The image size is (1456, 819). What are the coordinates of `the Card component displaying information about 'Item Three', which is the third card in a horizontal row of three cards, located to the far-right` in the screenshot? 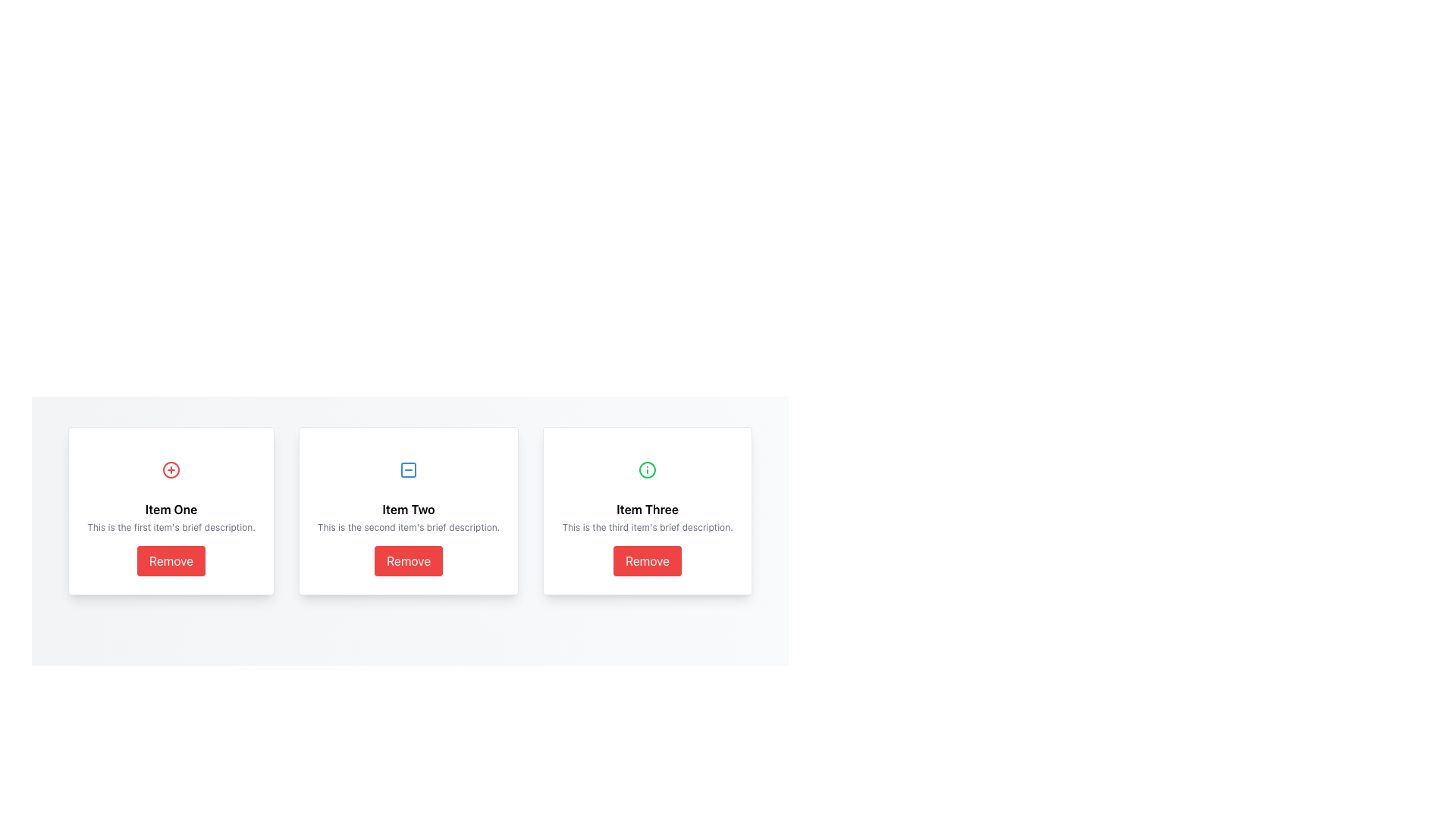 It's located at (648, 511).